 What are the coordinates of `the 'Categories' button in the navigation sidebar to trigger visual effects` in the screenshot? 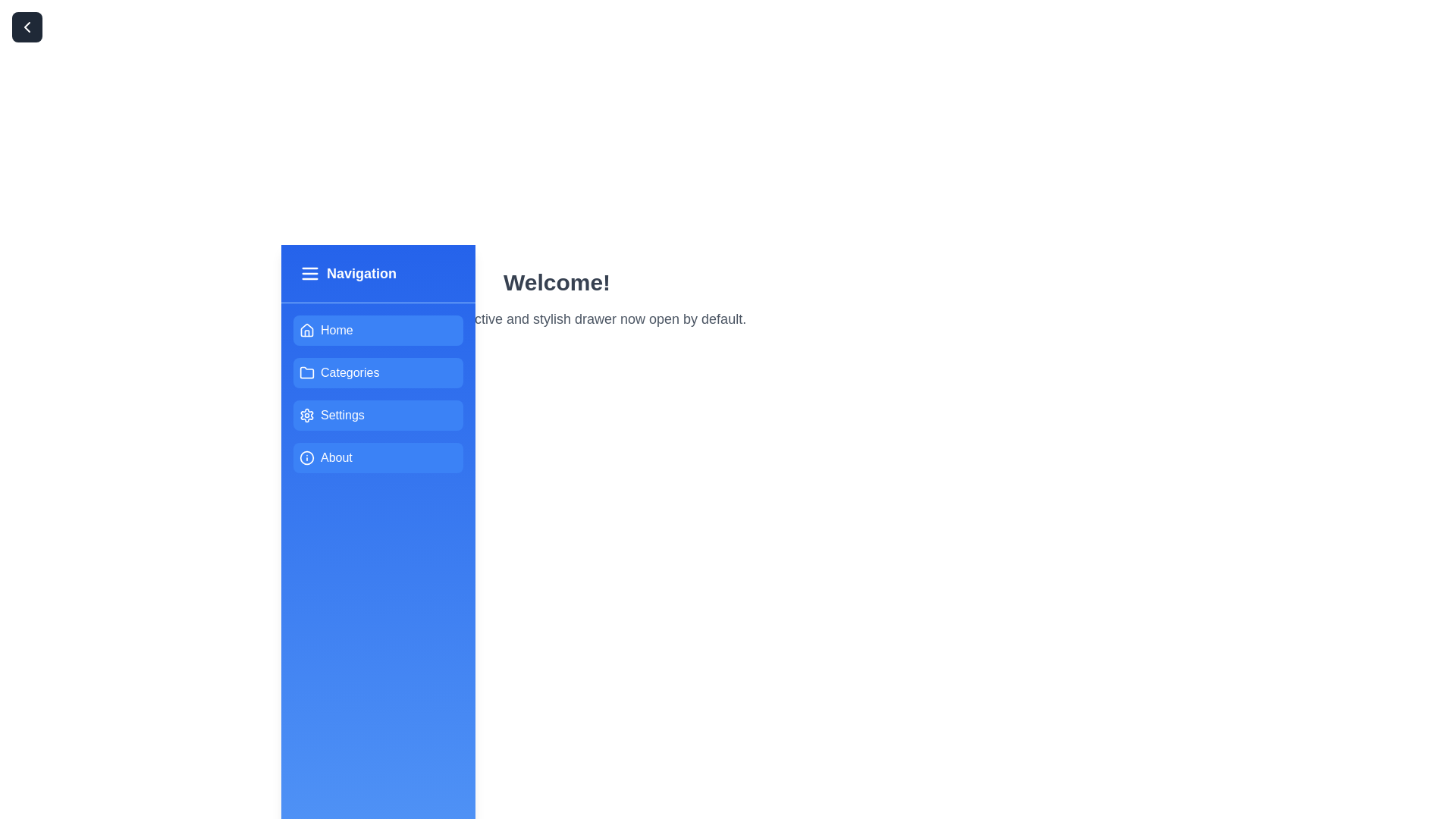 It's located at (378, 373).